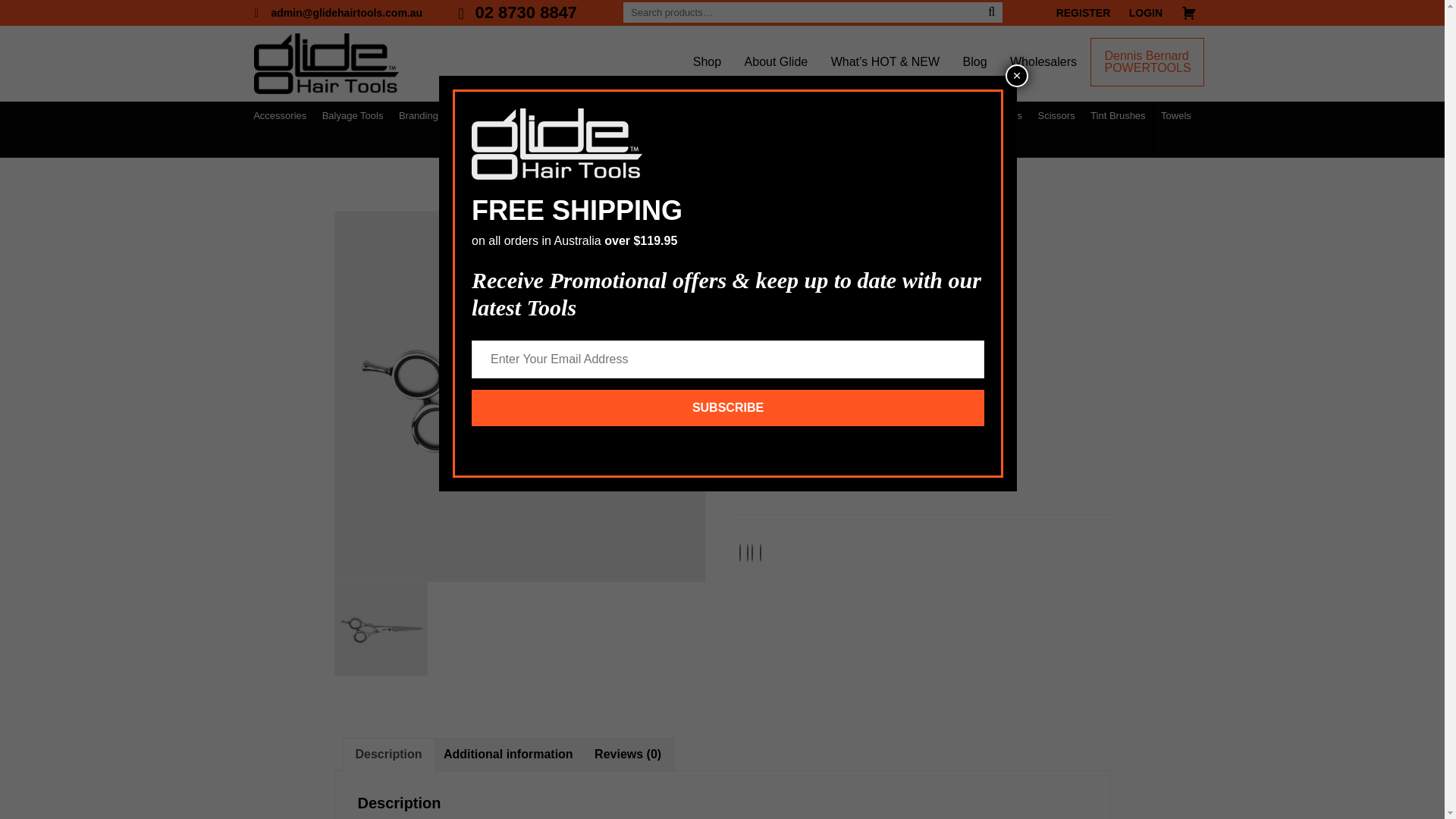 Image resolution: width=1456 pixels, height=819 pixels. I want to click on 'Accessories', so click(280, 115).